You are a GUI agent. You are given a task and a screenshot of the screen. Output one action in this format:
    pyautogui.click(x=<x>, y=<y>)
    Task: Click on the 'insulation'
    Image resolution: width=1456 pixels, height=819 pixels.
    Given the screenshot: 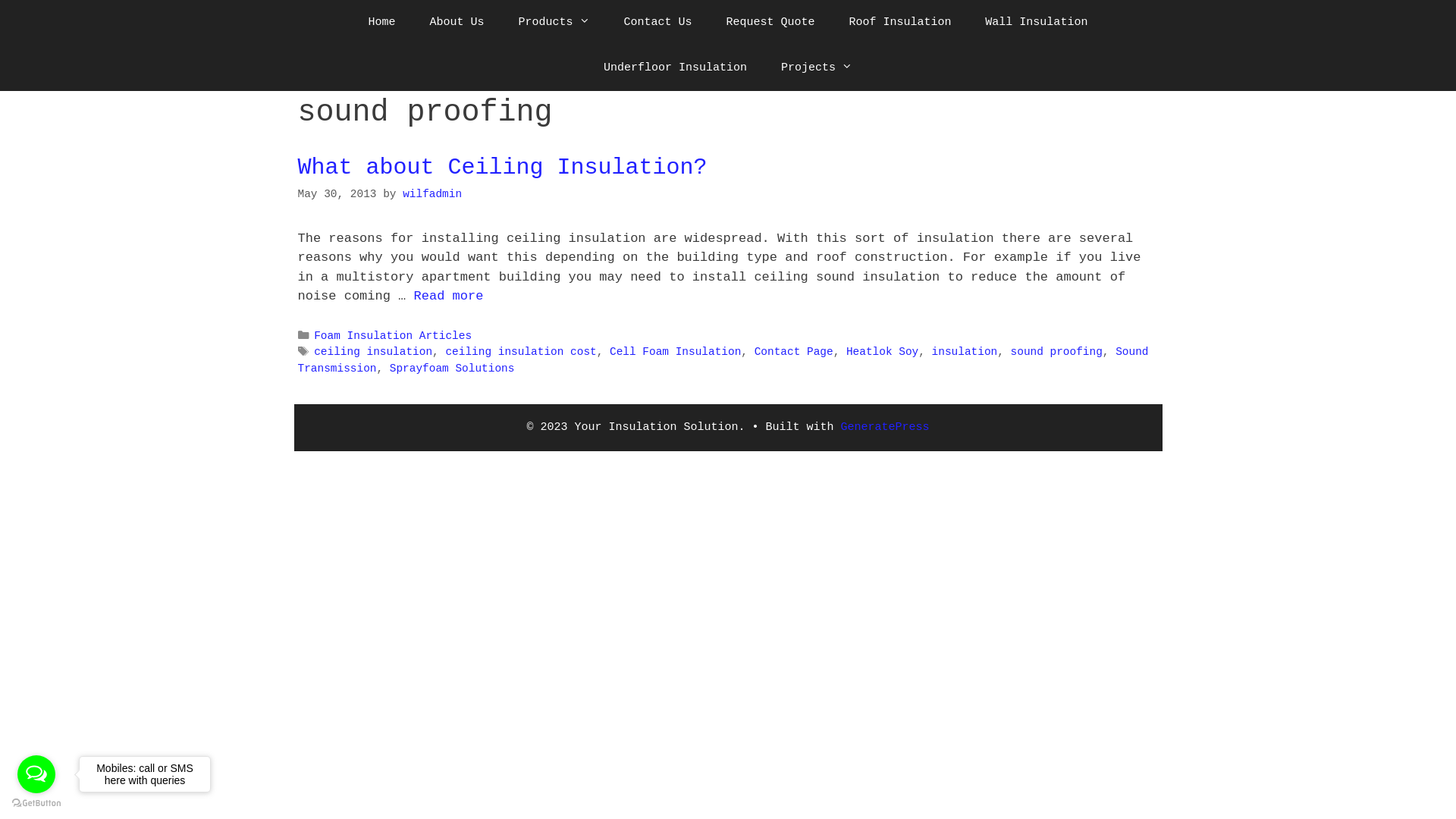 What is the action you would take?
    pyautogui.click(x=930, y=351)
    